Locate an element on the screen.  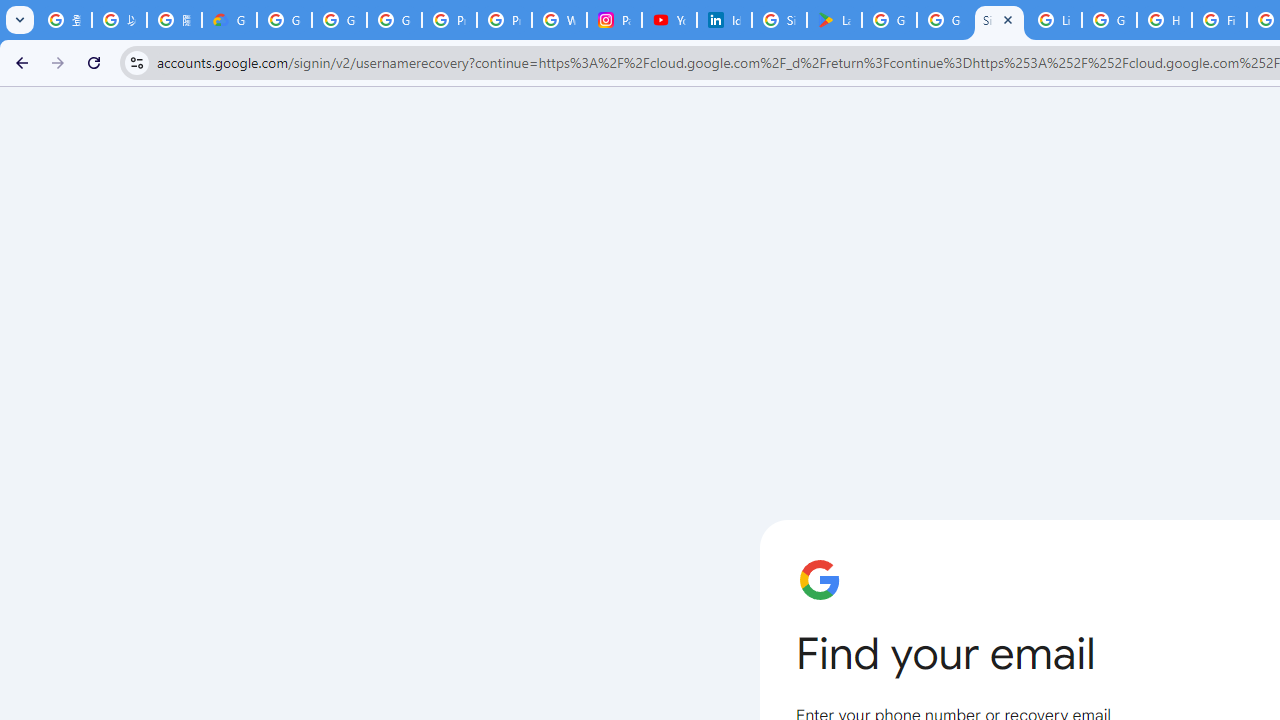
'YouTube Culture & Trends - On The Rise: Handcam Videos' is located at coordinates (670, 20).